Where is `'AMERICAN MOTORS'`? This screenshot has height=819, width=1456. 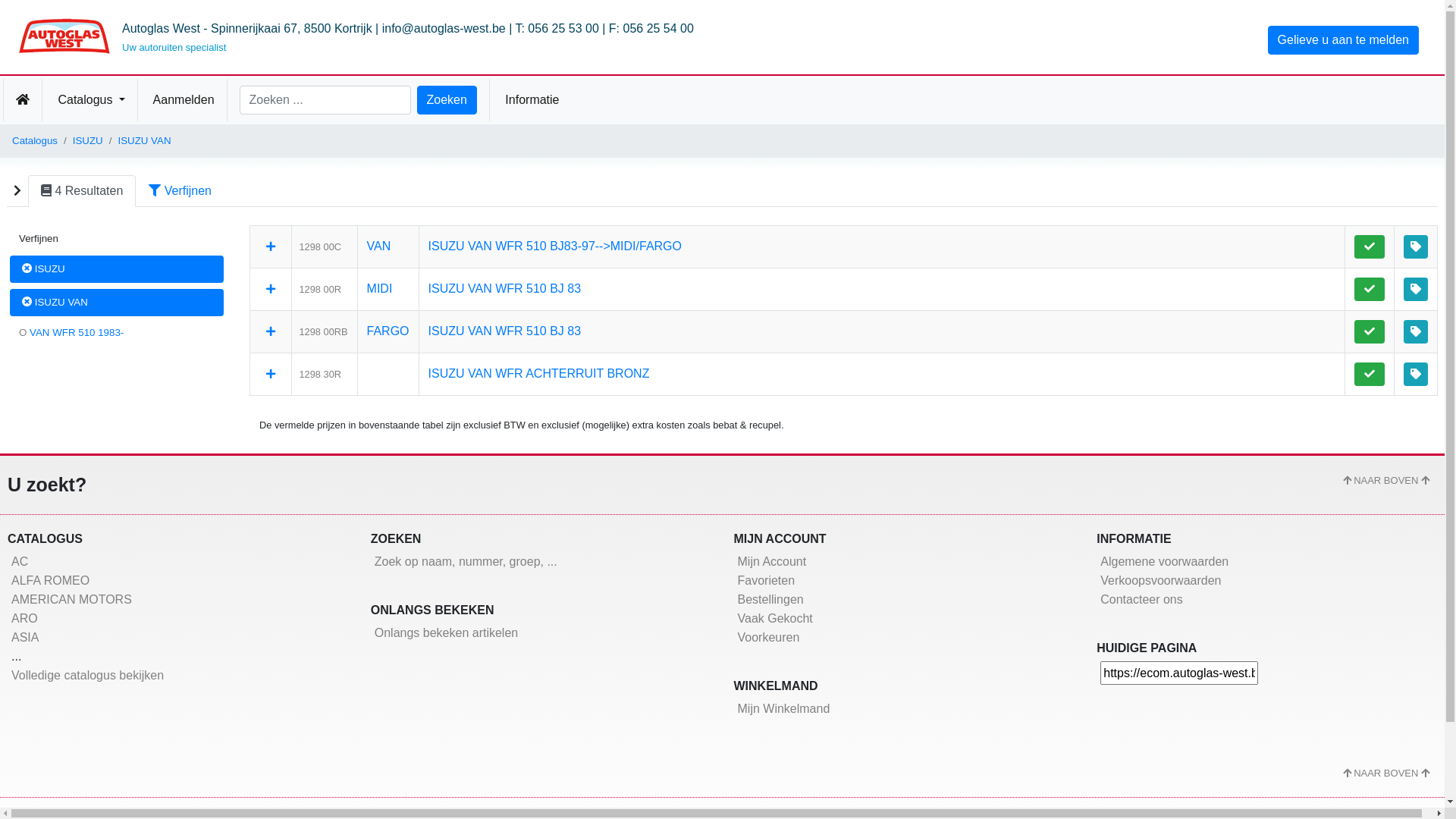 'AMERICAN MOTORS' is located at coordinates (71, 598).